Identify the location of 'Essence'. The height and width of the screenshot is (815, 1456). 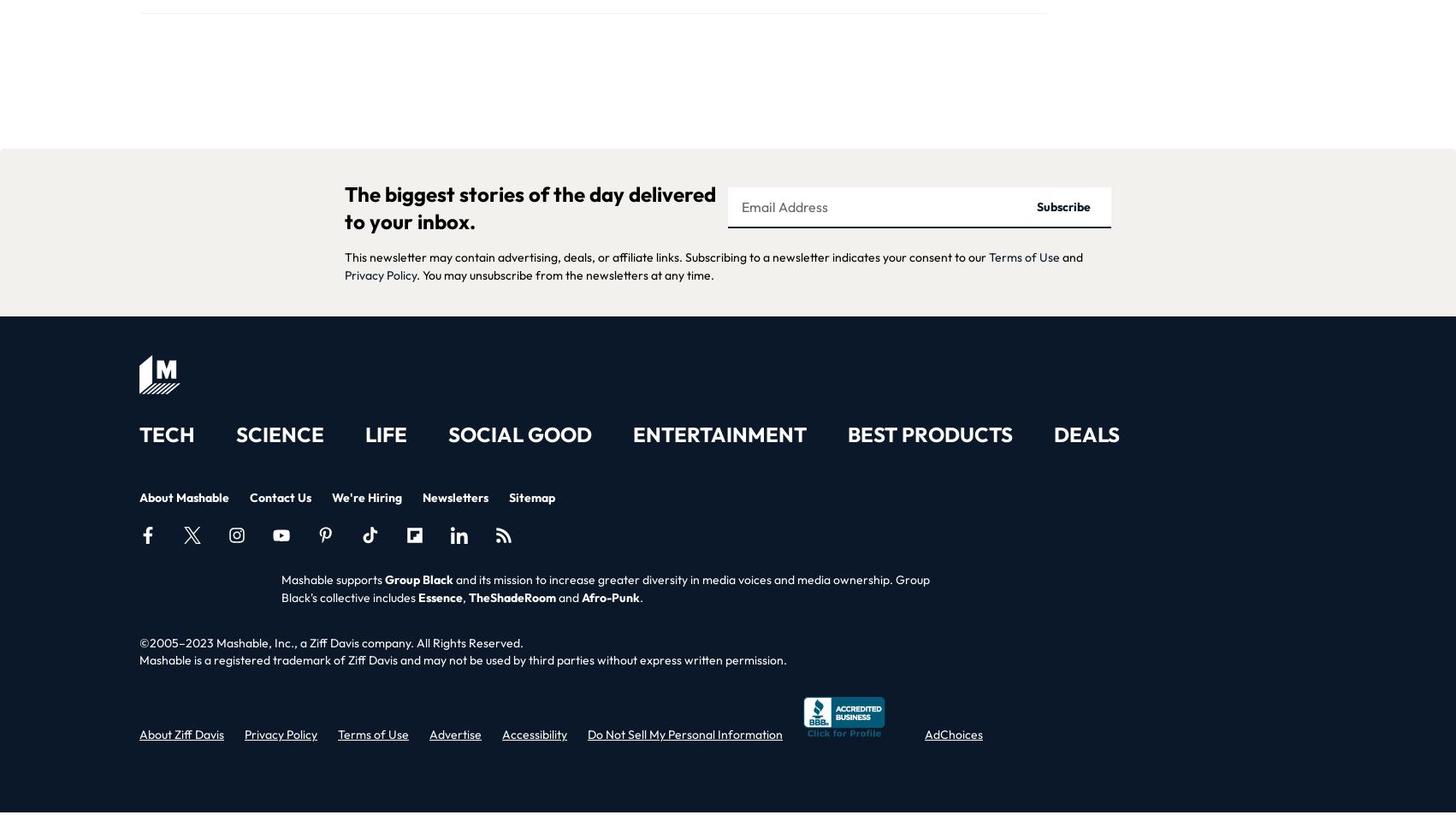
(417, 598).